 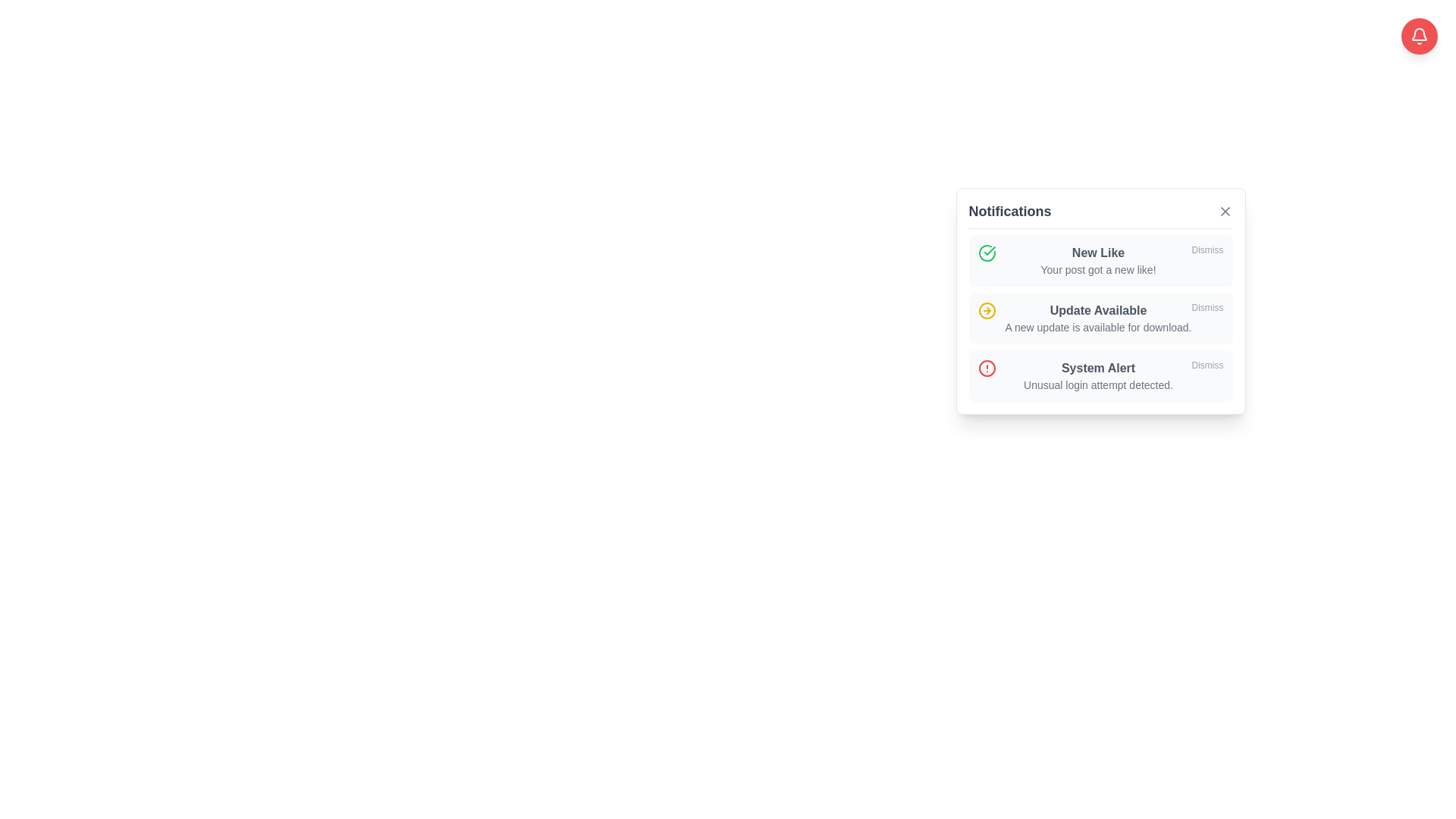 I want to click on the alert icon that indicates a 'System Alert' notification, located at the leftmost part of the 'System Alert' content group, adjacent to the text content and before the dismiss button, so click(x=987, y=369).